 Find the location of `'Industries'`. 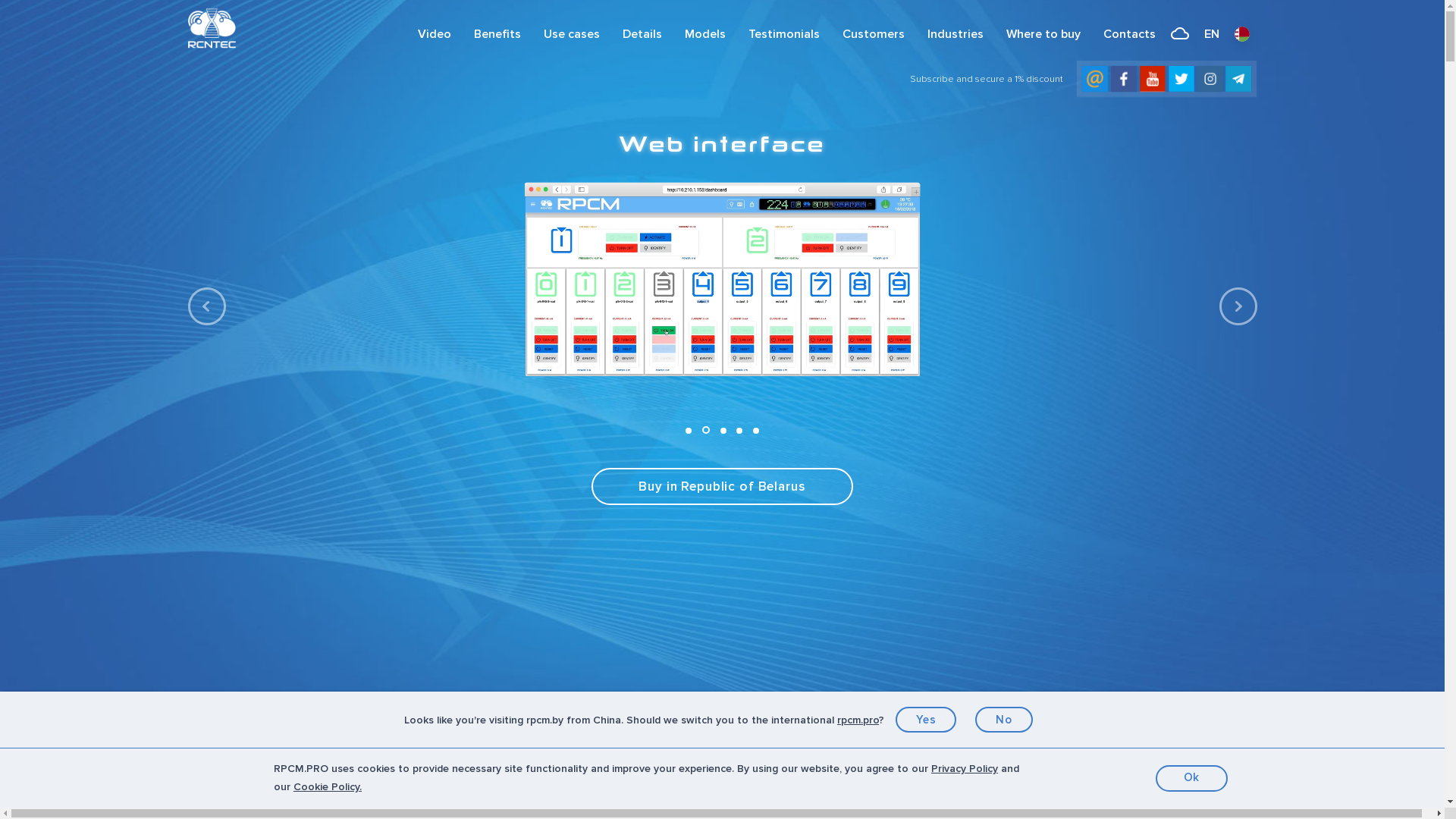

'Industries' is located at coordinates (954, 34).